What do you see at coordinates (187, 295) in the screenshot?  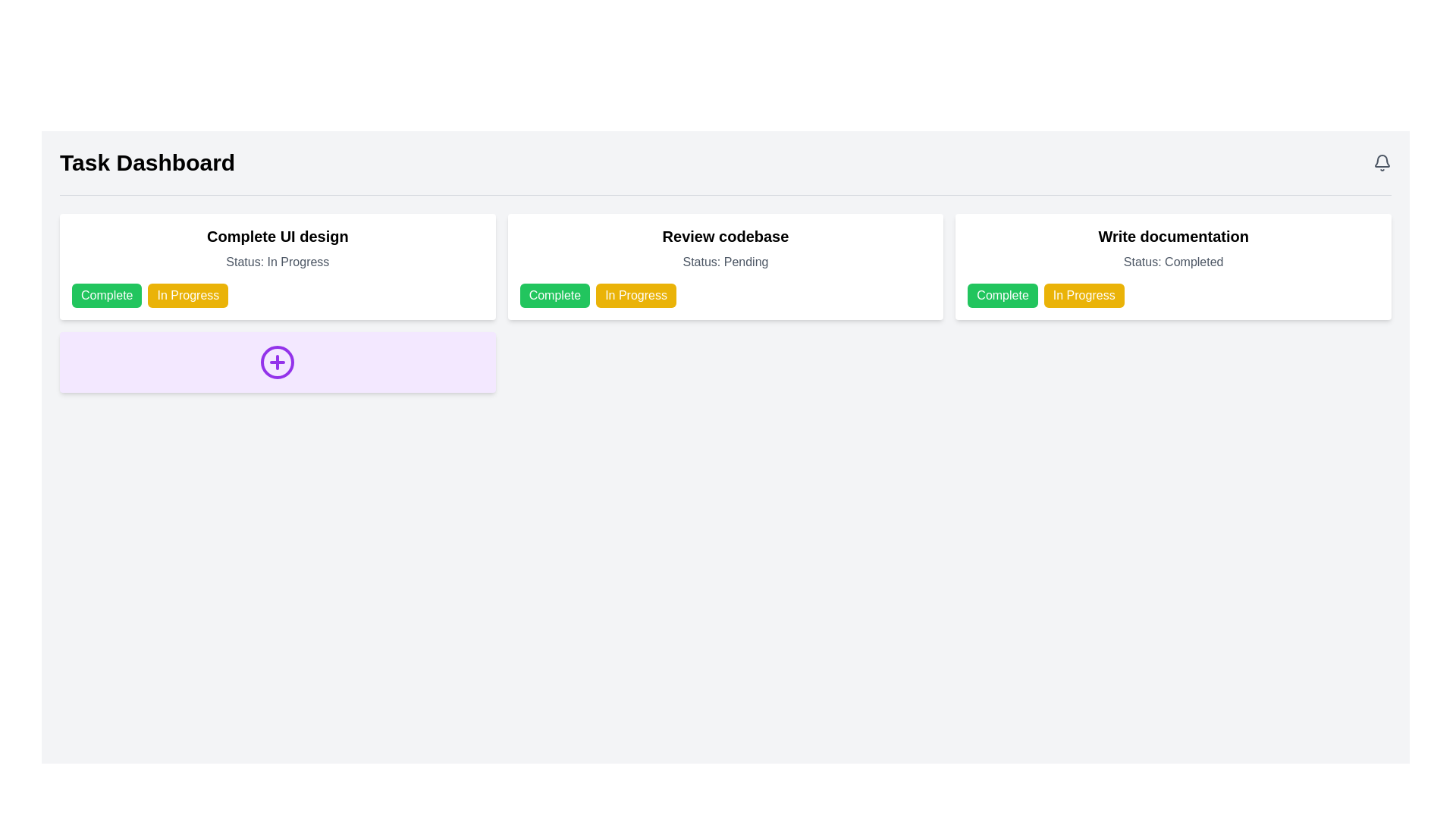 I see `the 'In Progress' button with a yellow background and white text` at bounding box center [187, 295].